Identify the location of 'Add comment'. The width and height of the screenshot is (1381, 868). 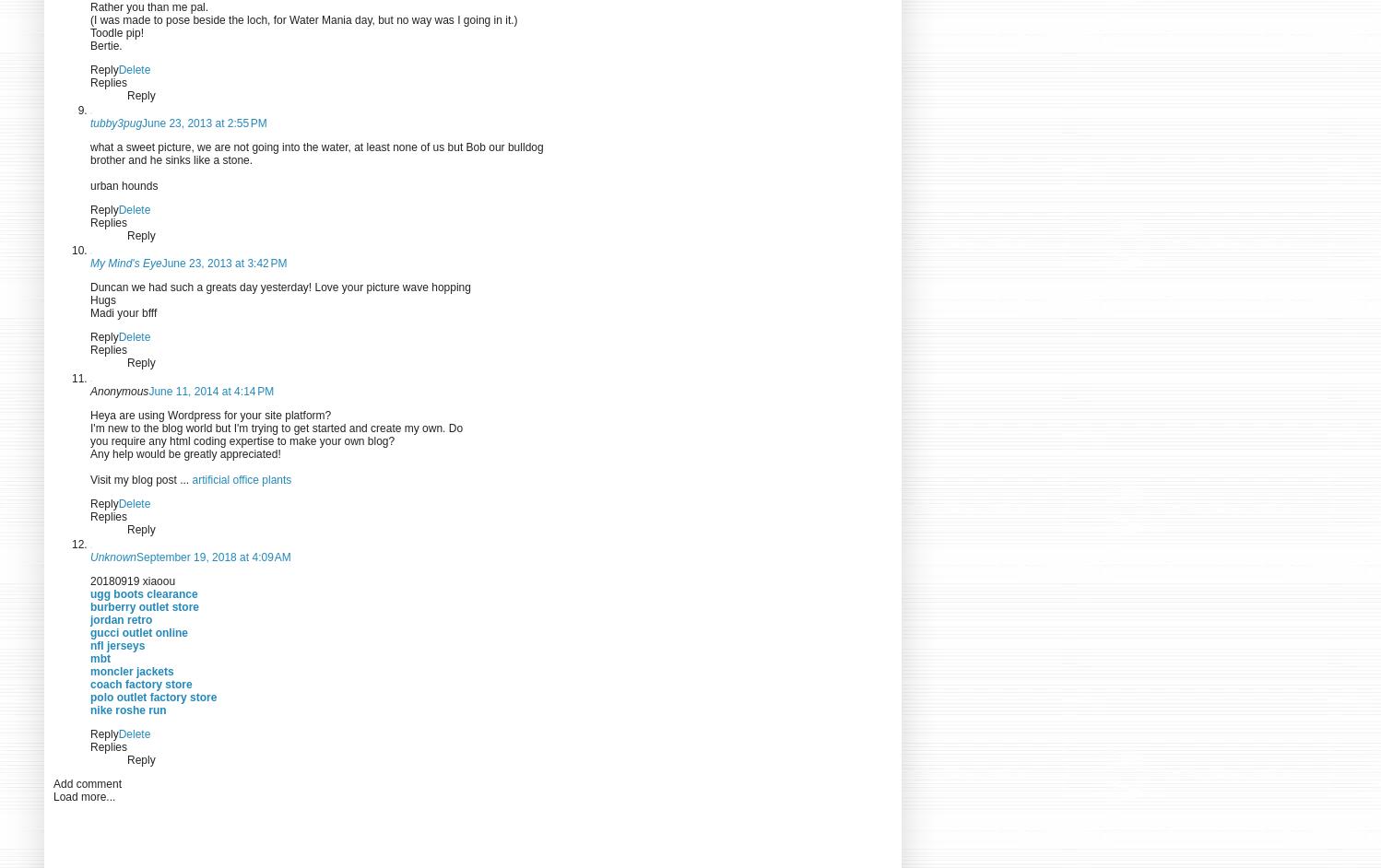
(86, 784).